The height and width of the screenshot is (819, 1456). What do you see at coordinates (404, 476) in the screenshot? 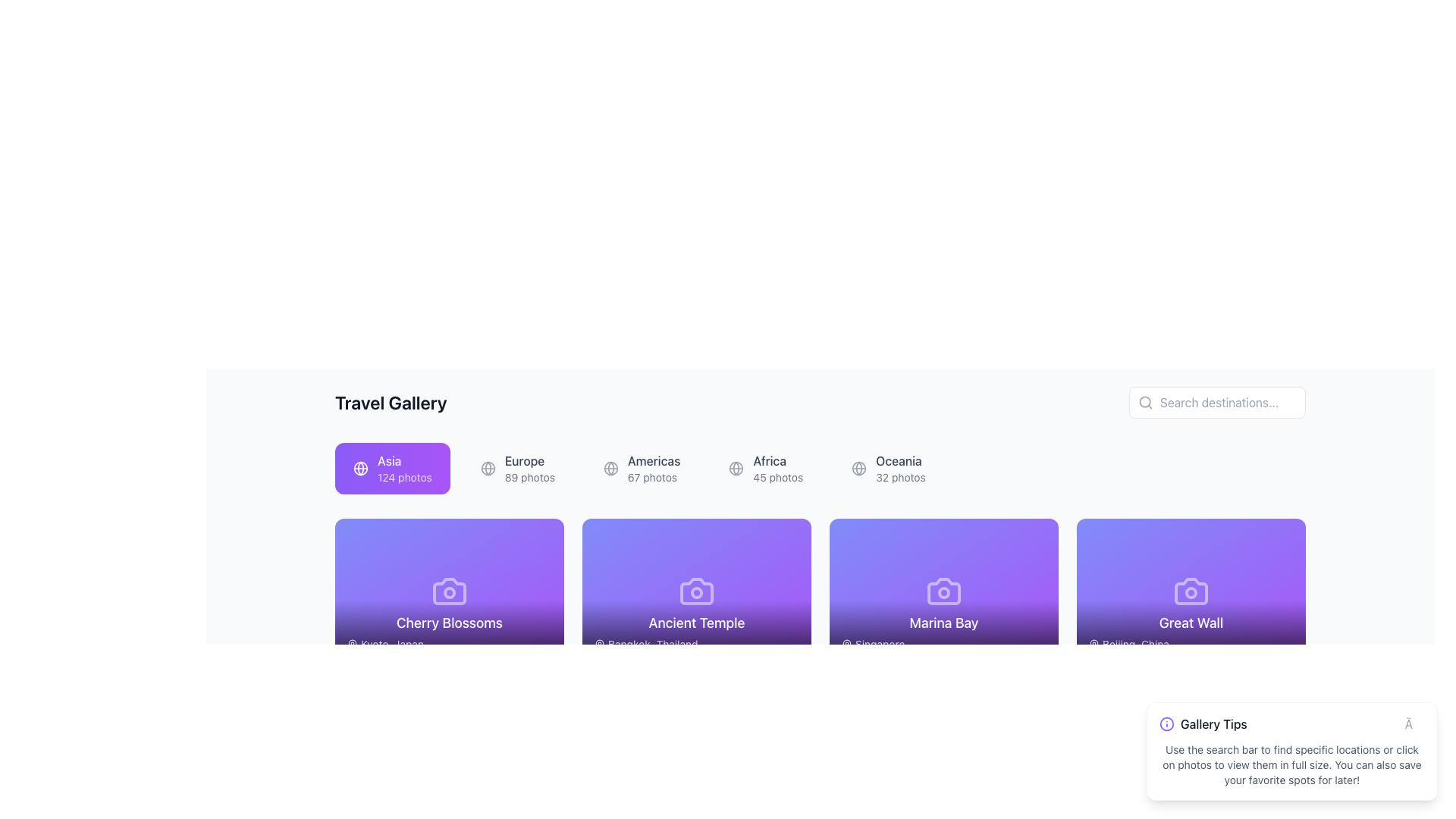
I see `the informational label indicating the number of photos available for the 'Asia' category, positioned directly below the text 'Asia'` at bounding box center [404, 476].